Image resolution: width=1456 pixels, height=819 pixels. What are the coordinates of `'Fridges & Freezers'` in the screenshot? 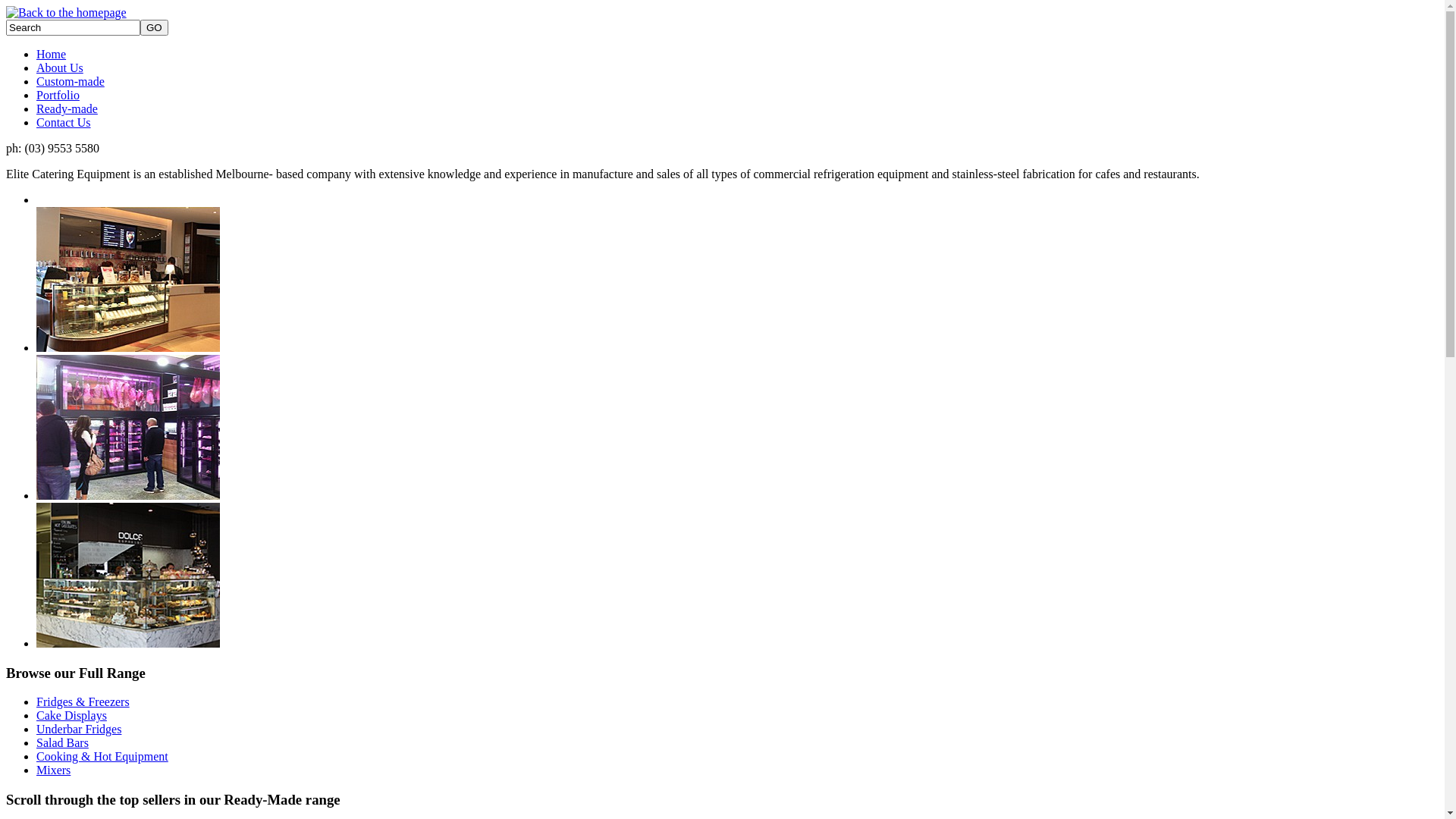 It's located at (82, 701).